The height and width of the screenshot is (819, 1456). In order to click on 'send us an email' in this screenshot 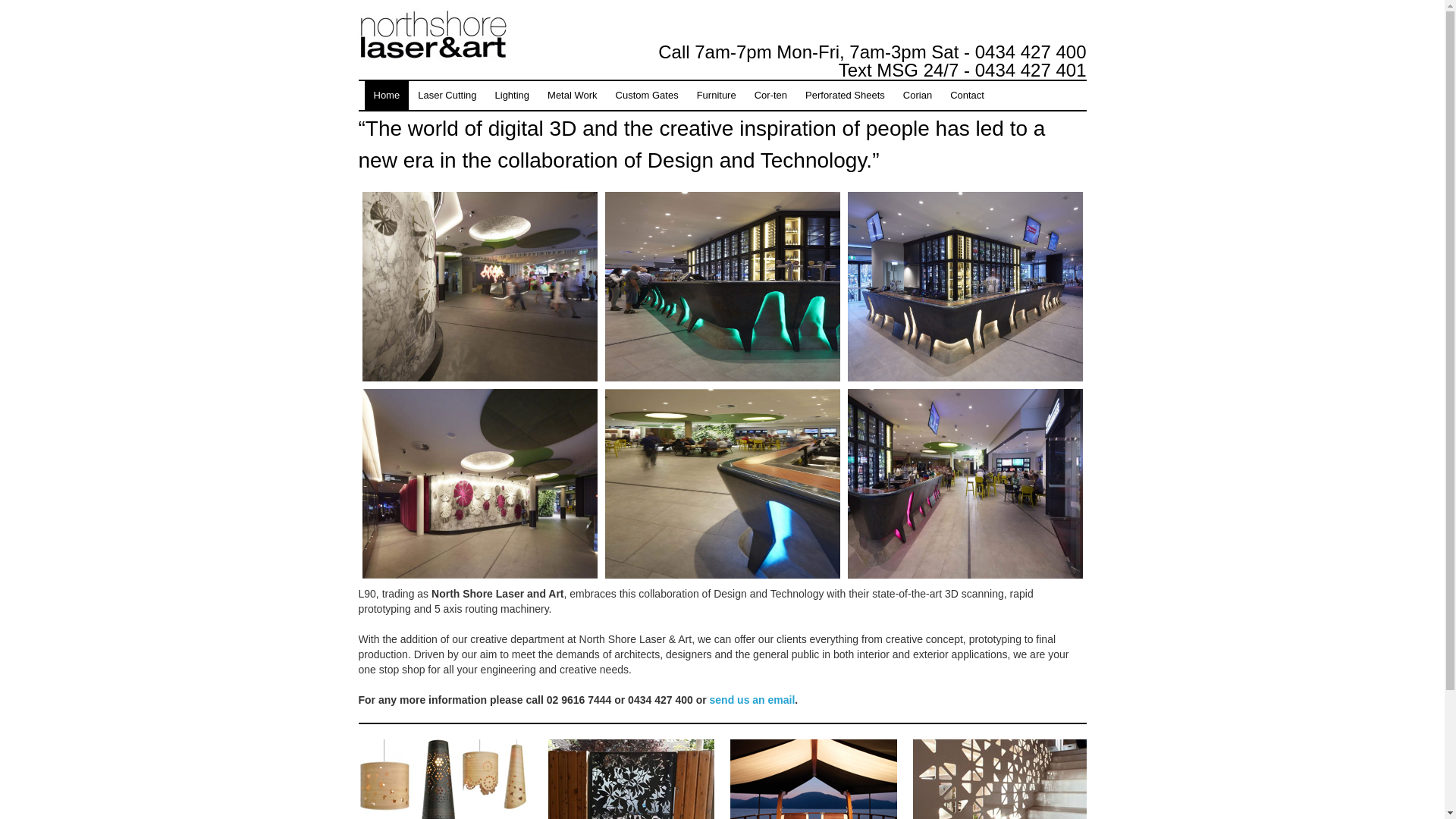, I will do `click(752, 699)`.